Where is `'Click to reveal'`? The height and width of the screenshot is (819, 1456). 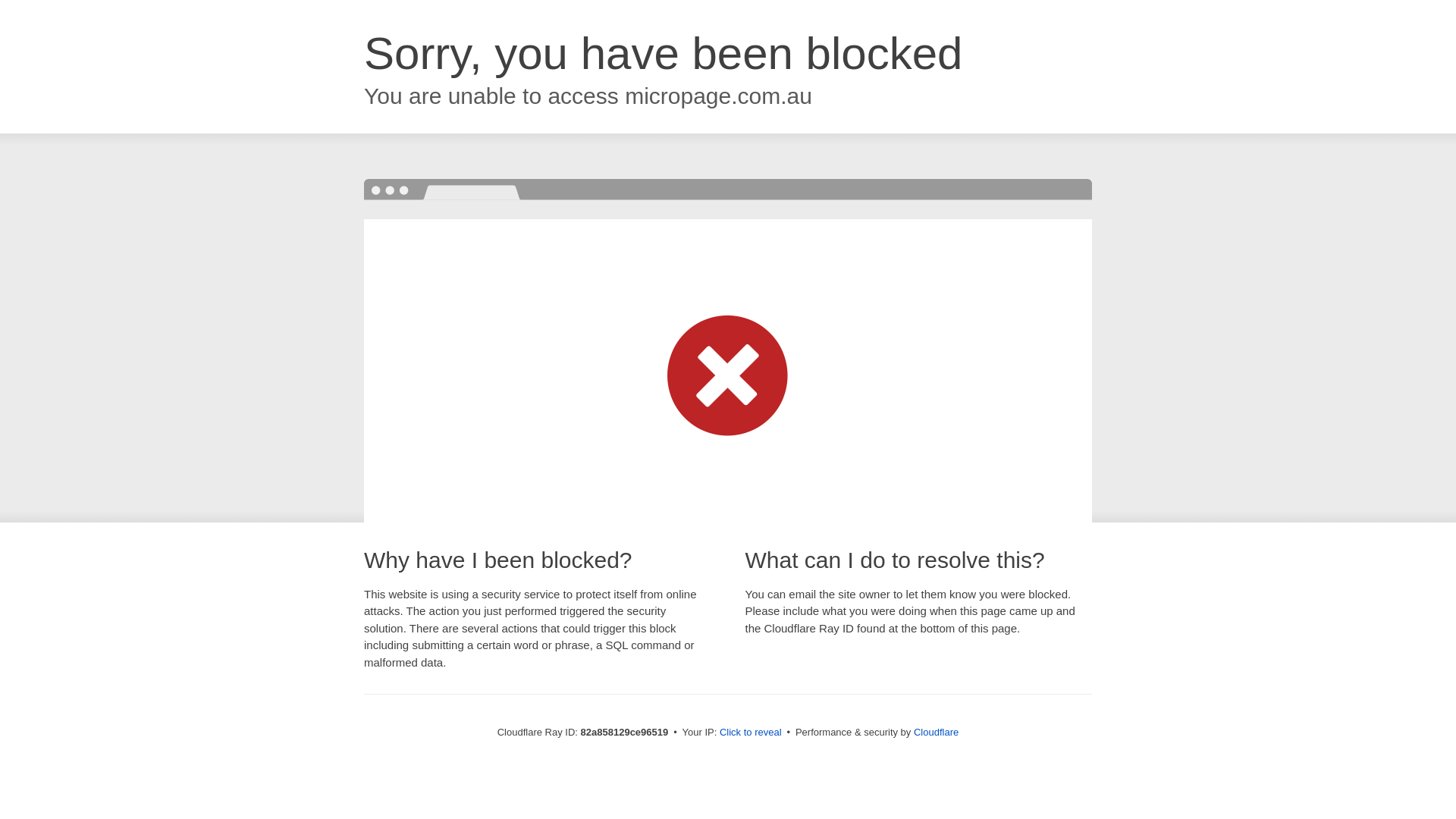 'Click to reveal' is located at coordinates (750, 731).